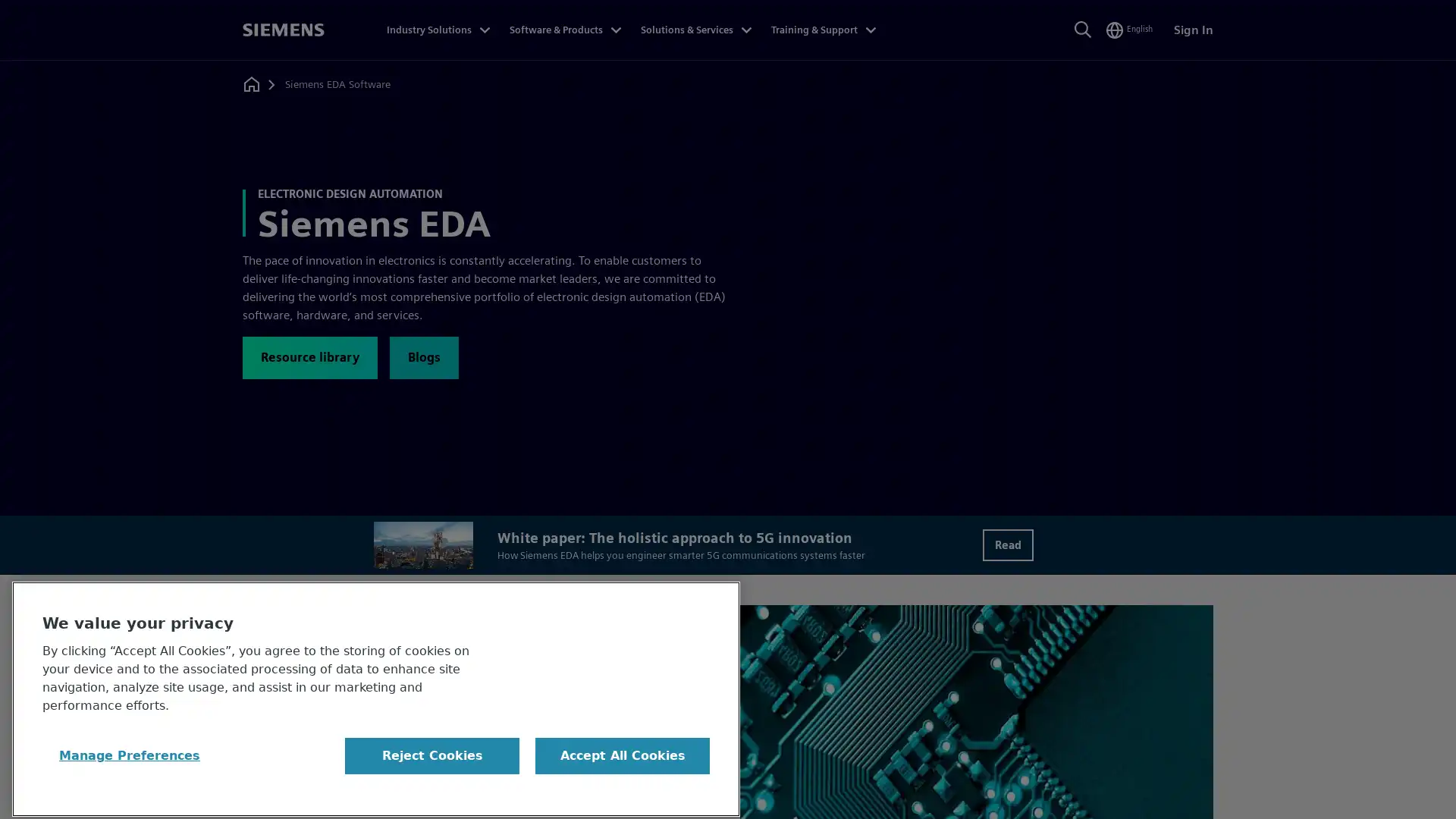 Image resolution: width=1456 pixels, height=819 pixels. I want to click on Blogs, so click(424, 357).